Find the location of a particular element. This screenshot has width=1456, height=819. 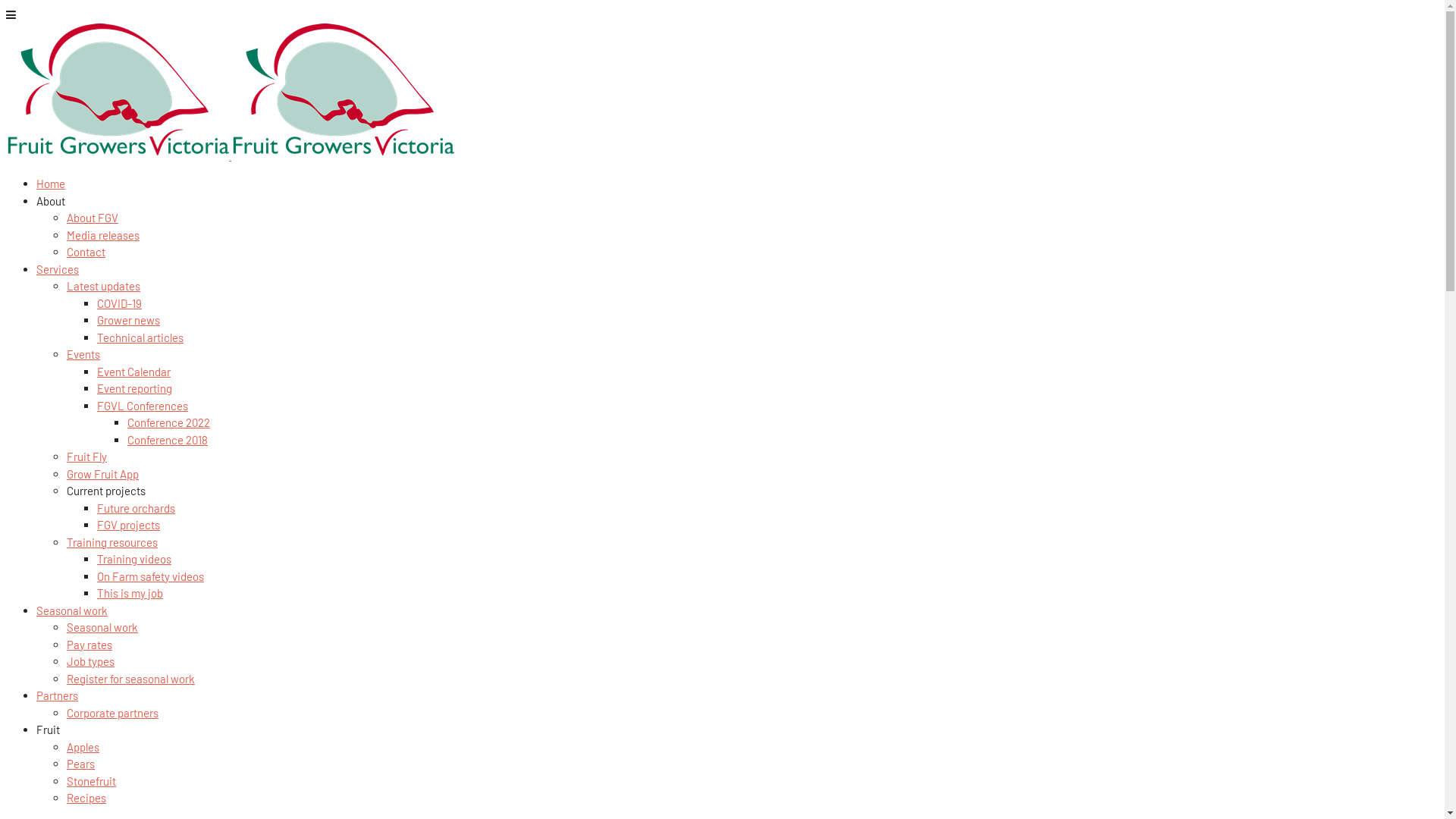

'Stonefruit' is located at coordinates (90, 780).